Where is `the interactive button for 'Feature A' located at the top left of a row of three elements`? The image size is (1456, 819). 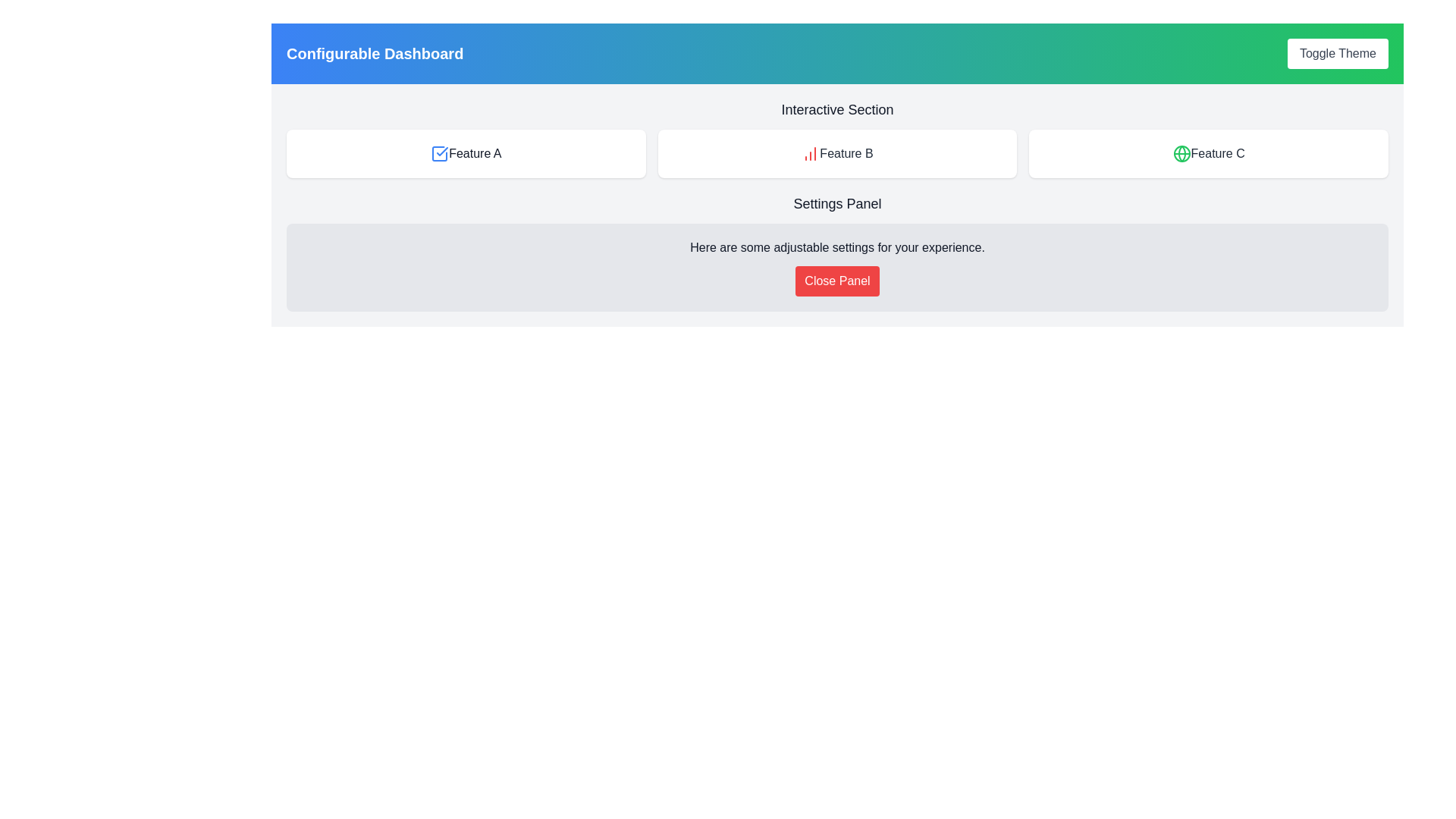
the interactive button for 'Feature A' located at the top left of a row of three elements is located at coordinates (465, 154).